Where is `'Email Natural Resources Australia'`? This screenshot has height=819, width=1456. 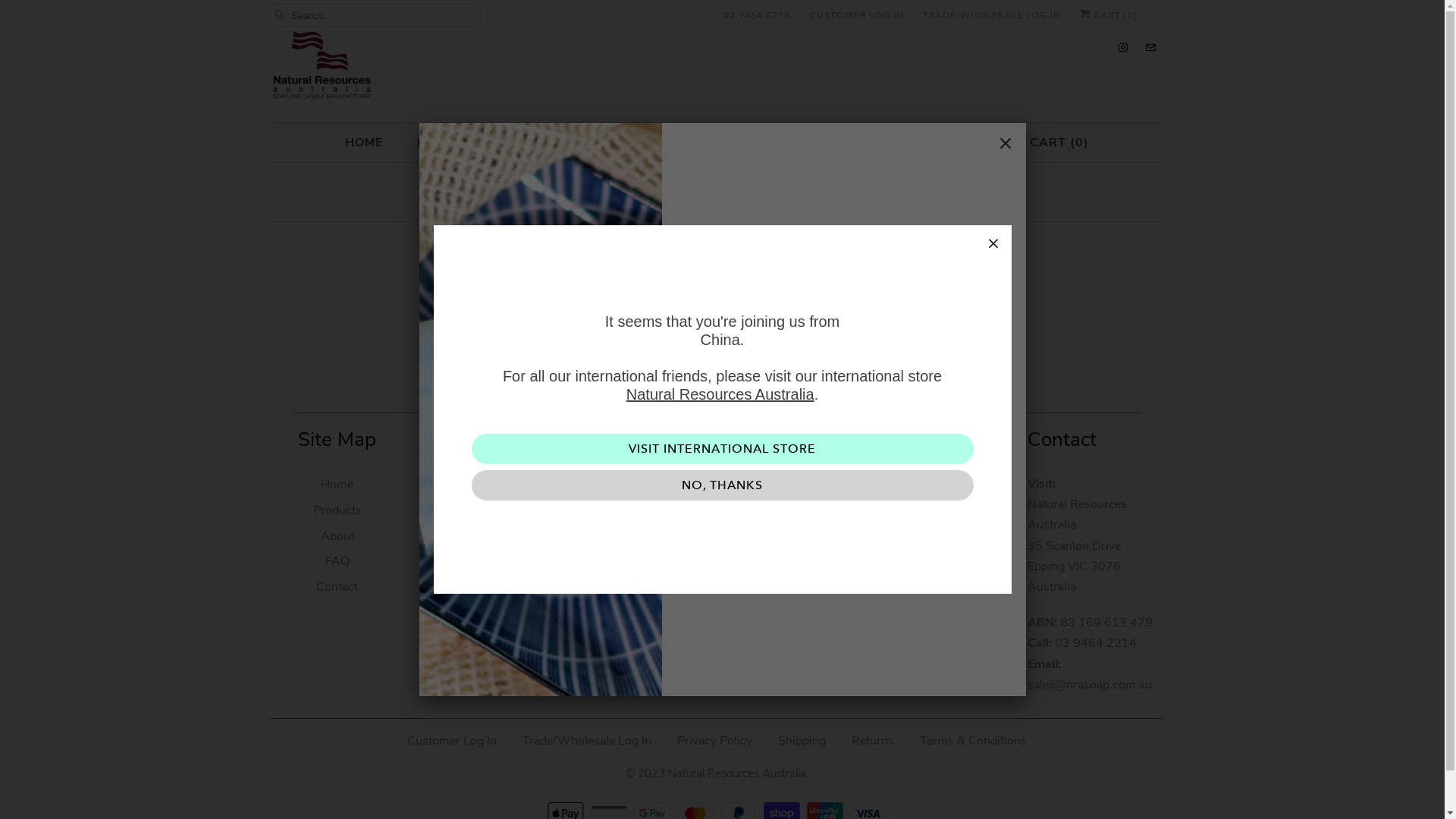 'Email Natural Resources Australia' is located at coordinates (796, 617).